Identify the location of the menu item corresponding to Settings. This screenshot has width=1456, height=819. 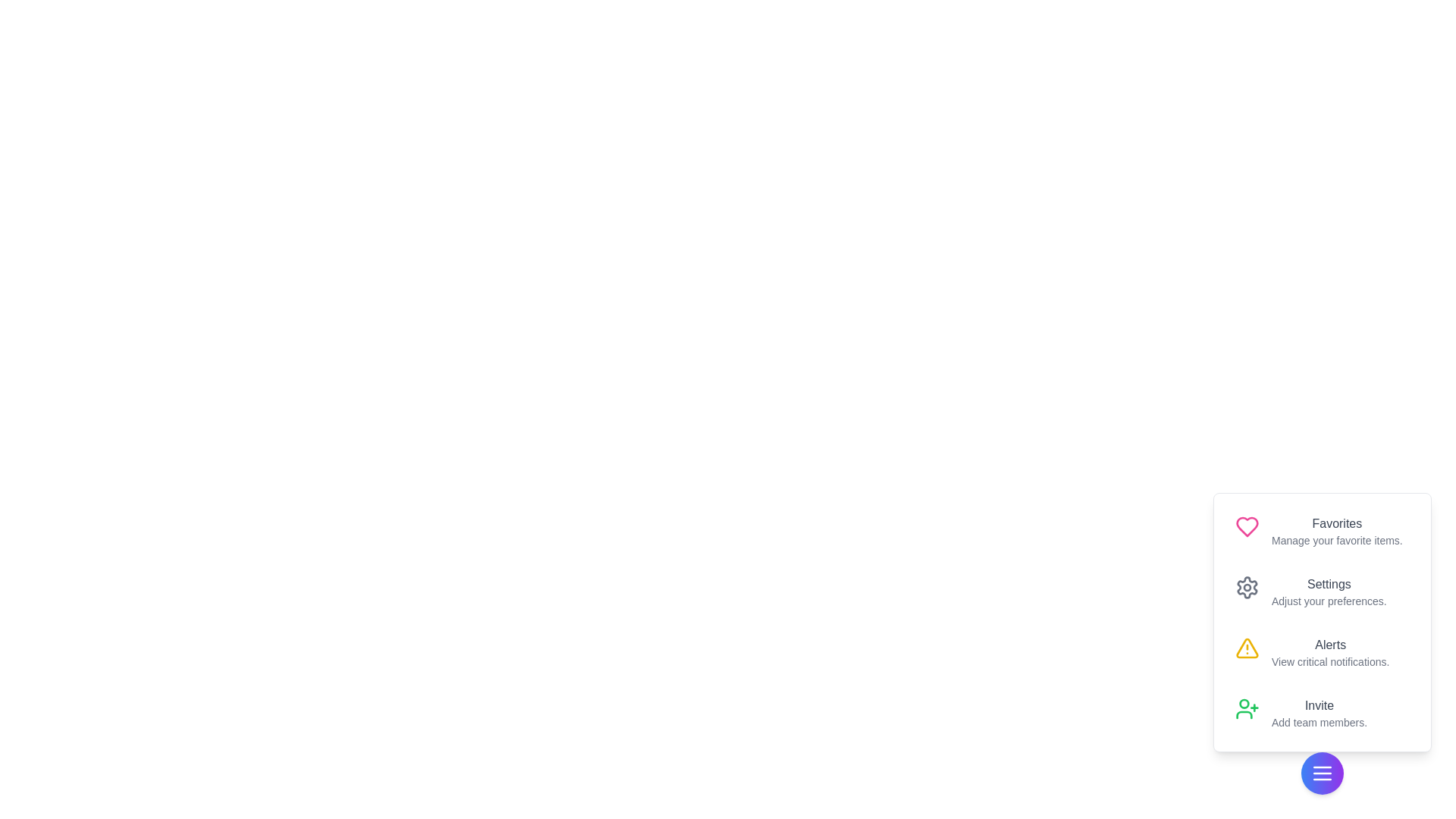
(1321, 591).